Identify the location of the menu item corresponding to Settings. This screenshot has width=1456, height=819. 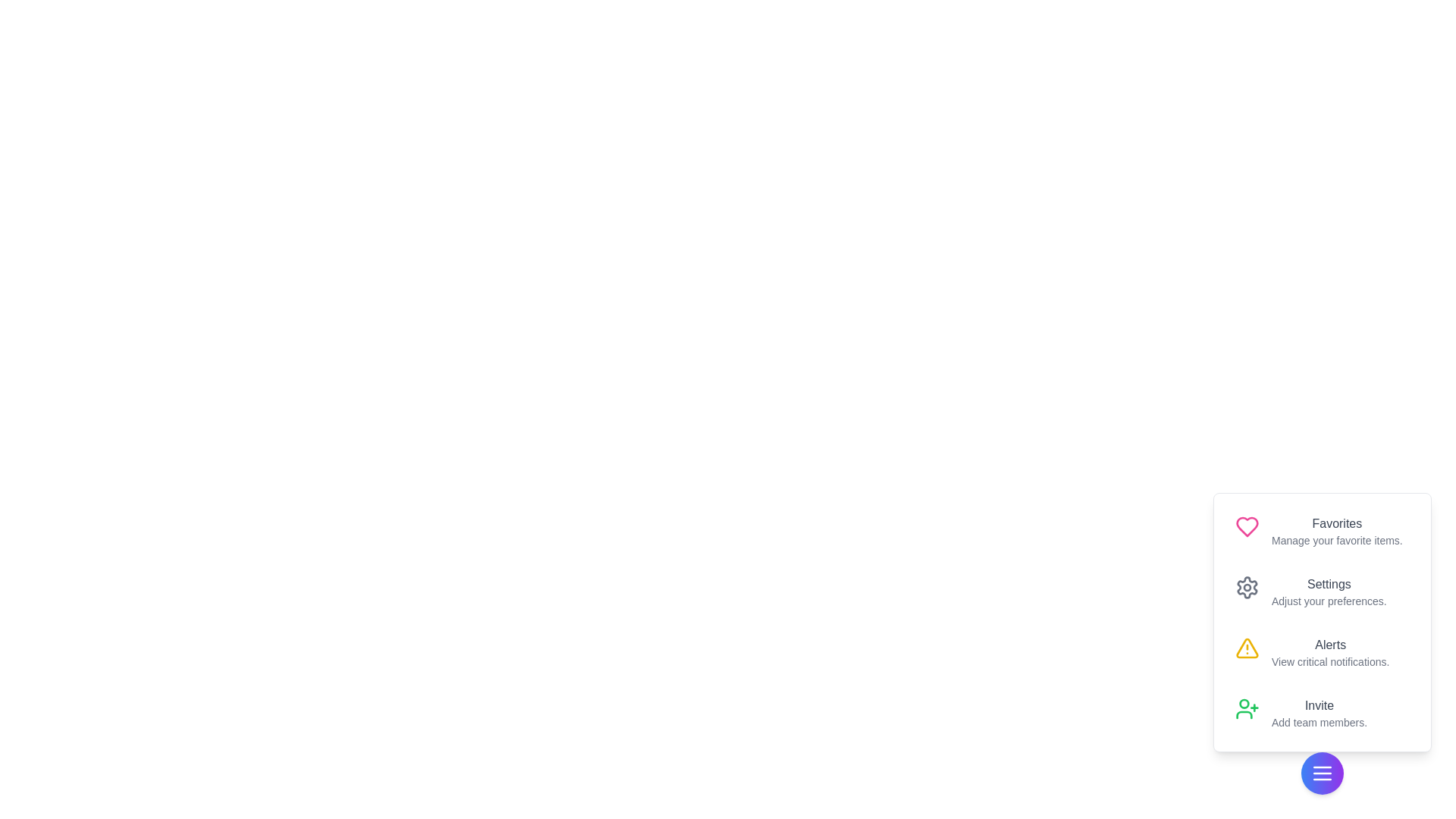
(1321, 591).